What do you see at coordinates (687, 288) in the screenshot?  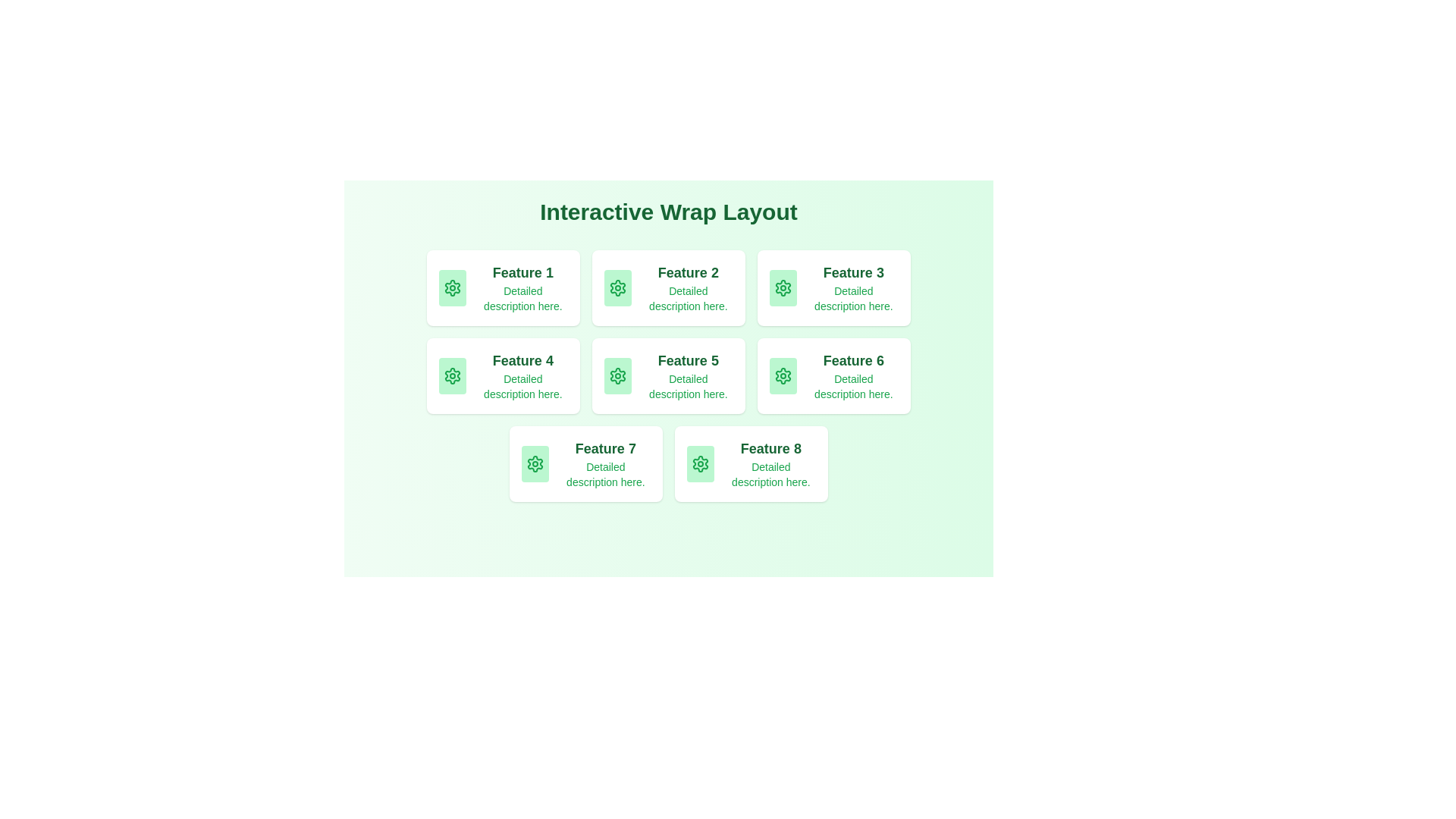 I see `text label located in the second column of the first row within the grid layout, positioned between 'Feature 1' and 'Feature 3'` at bounding box center [687, 288].